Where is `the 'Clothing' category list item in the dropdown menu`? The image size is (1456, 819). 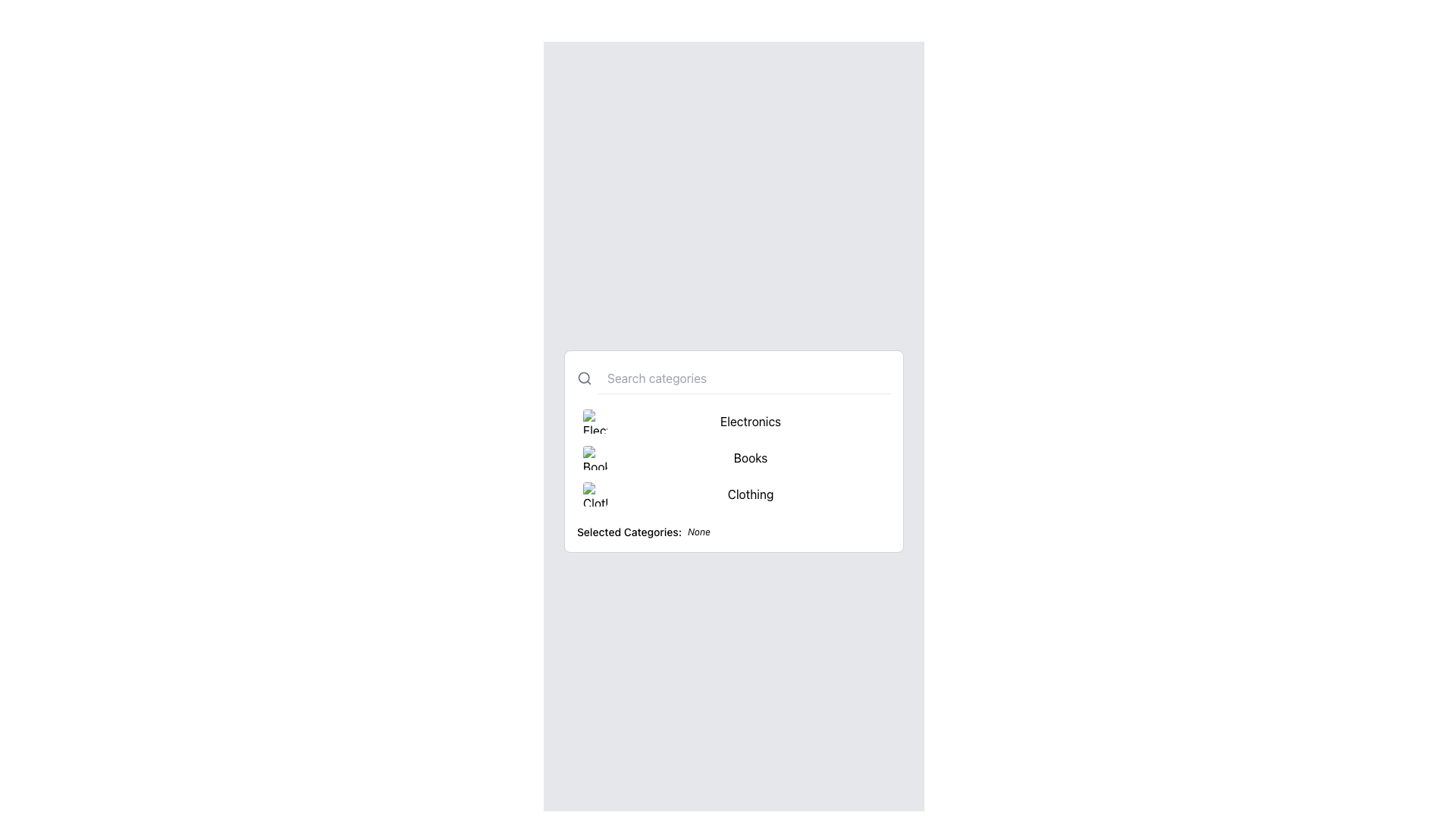 the 'Clothing' category list item in the dropdown menu is located at coordinates (734, 494).